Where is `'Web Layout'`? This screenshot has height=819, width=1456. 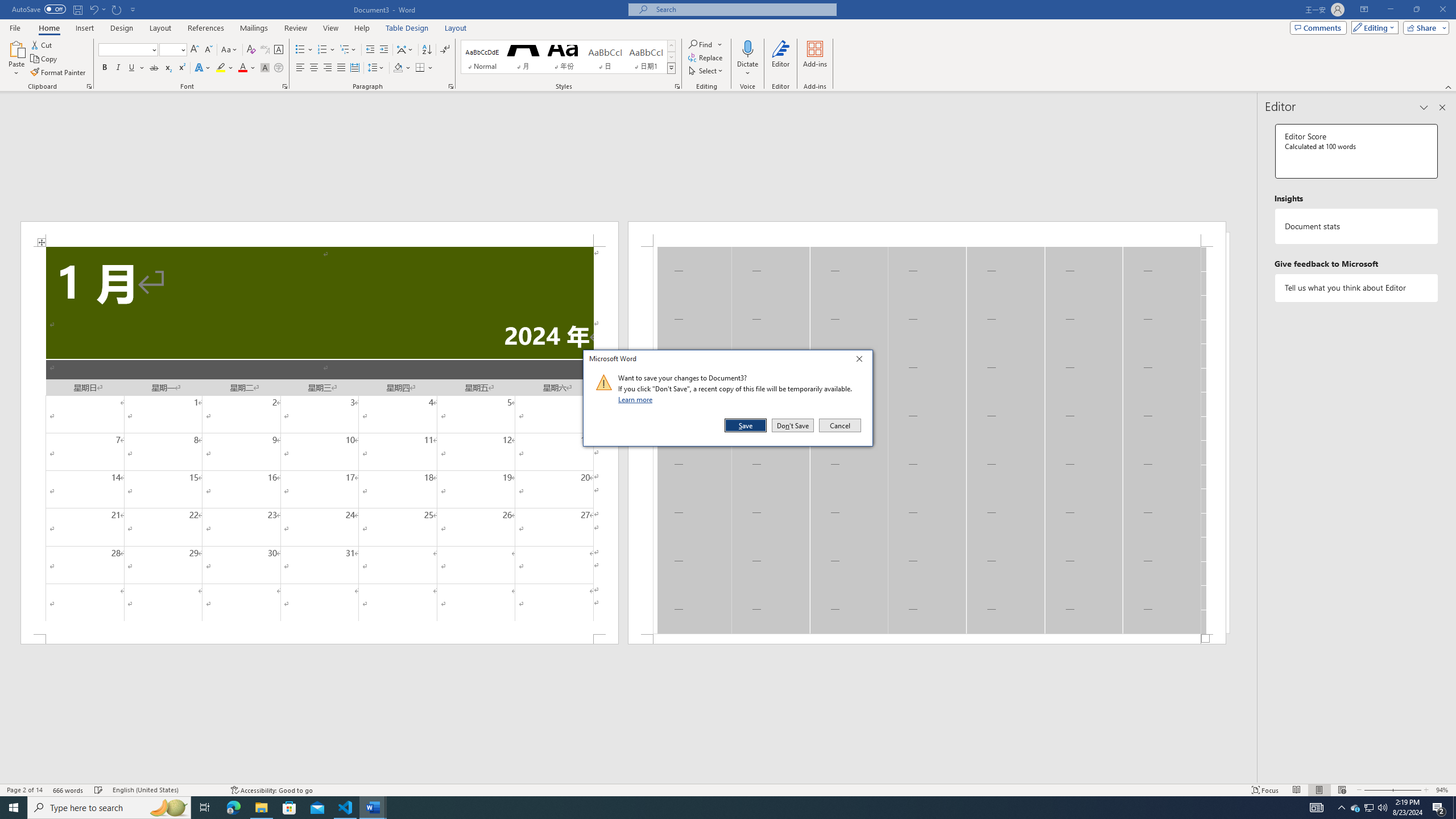
'Web Layout' is located at coordinates (1342, 790).